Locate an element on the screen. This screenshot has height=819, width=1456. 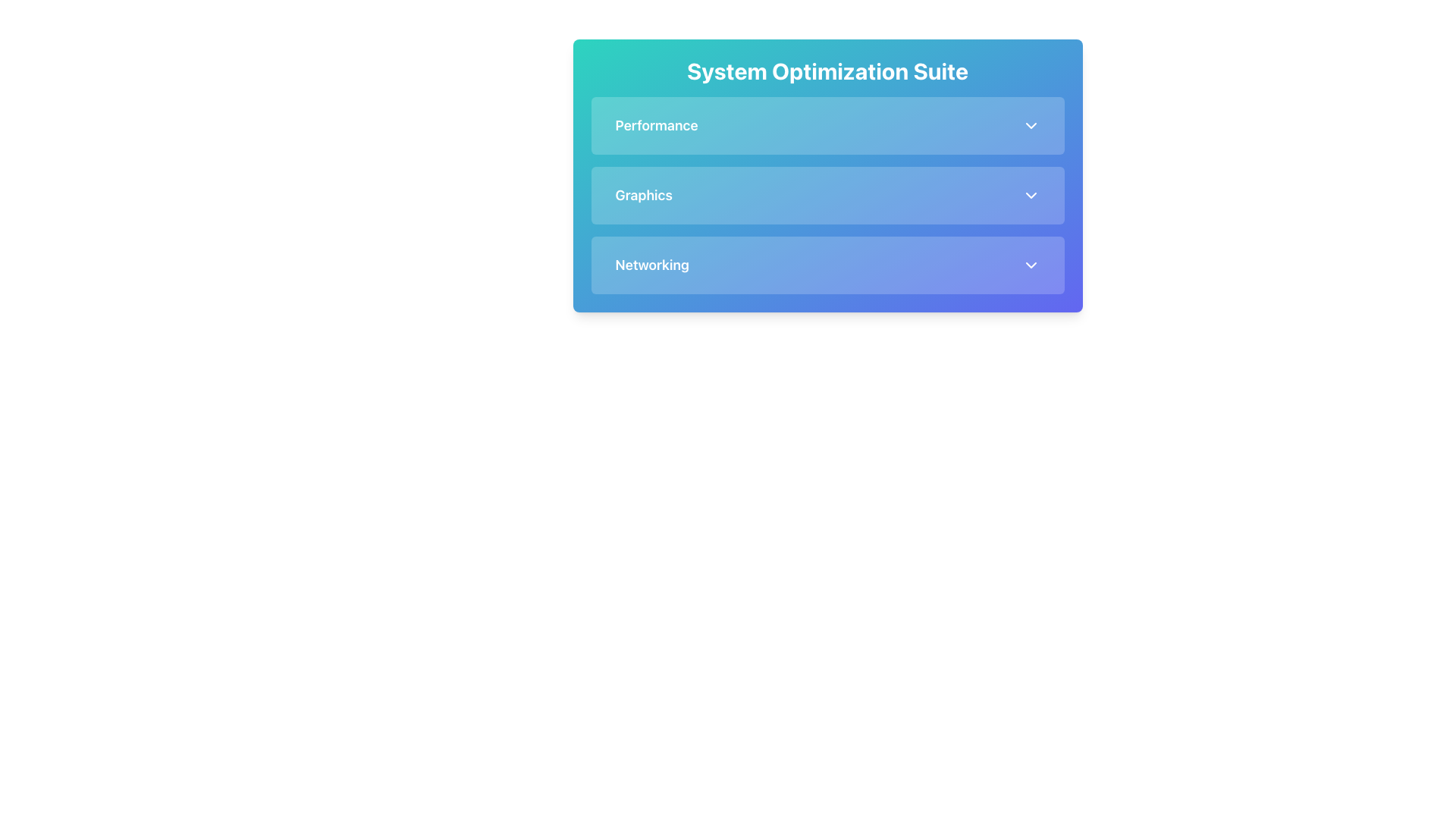
the third downward-facing chevron icon located to the right of the 'Networking' text is located at coordinates (1031, 265).